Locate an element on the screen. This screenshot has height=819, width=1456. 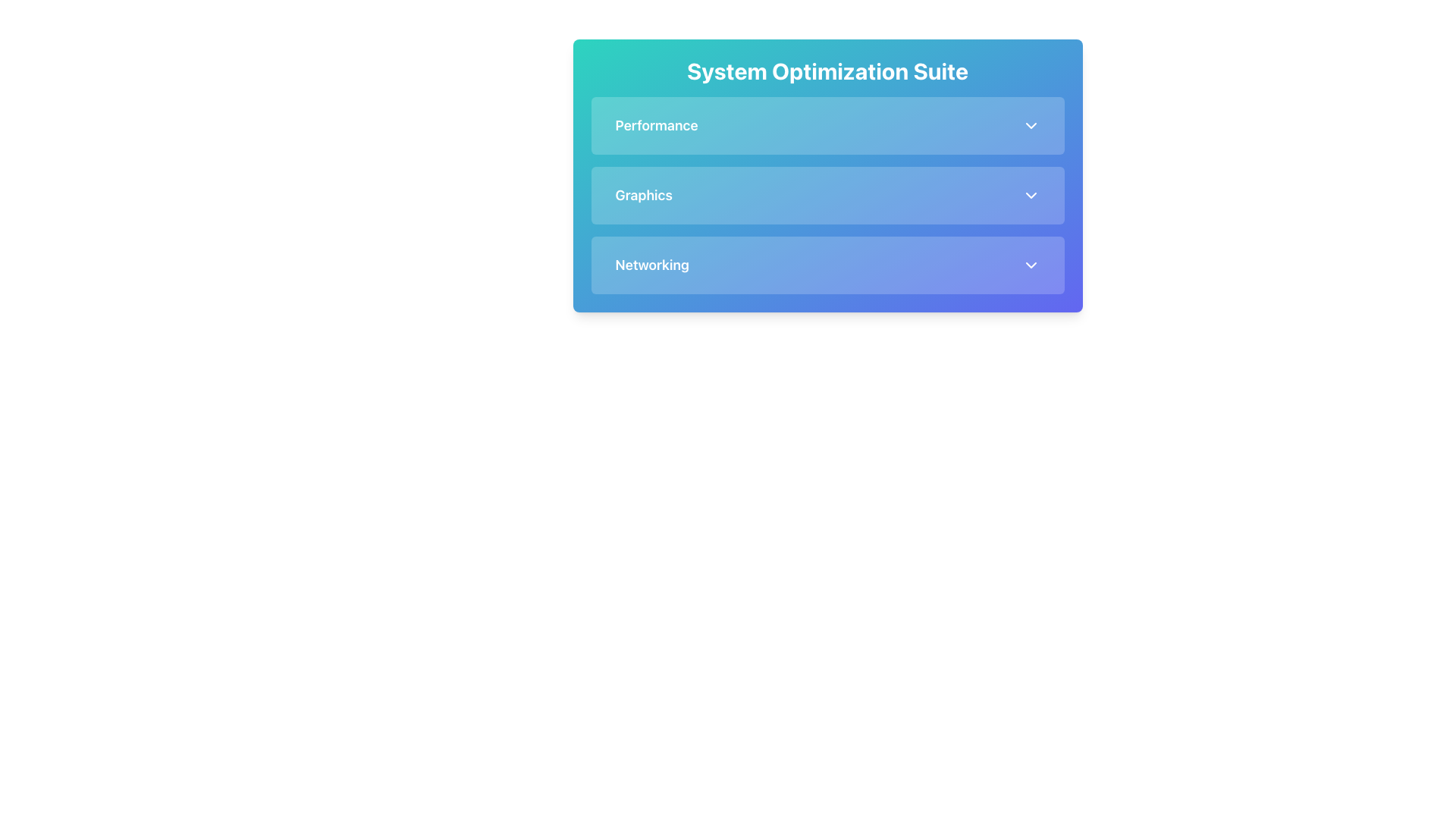
the third downward-facing chevron icon located to the right of the 'Networking' text is located at coordinates (1031, 265).